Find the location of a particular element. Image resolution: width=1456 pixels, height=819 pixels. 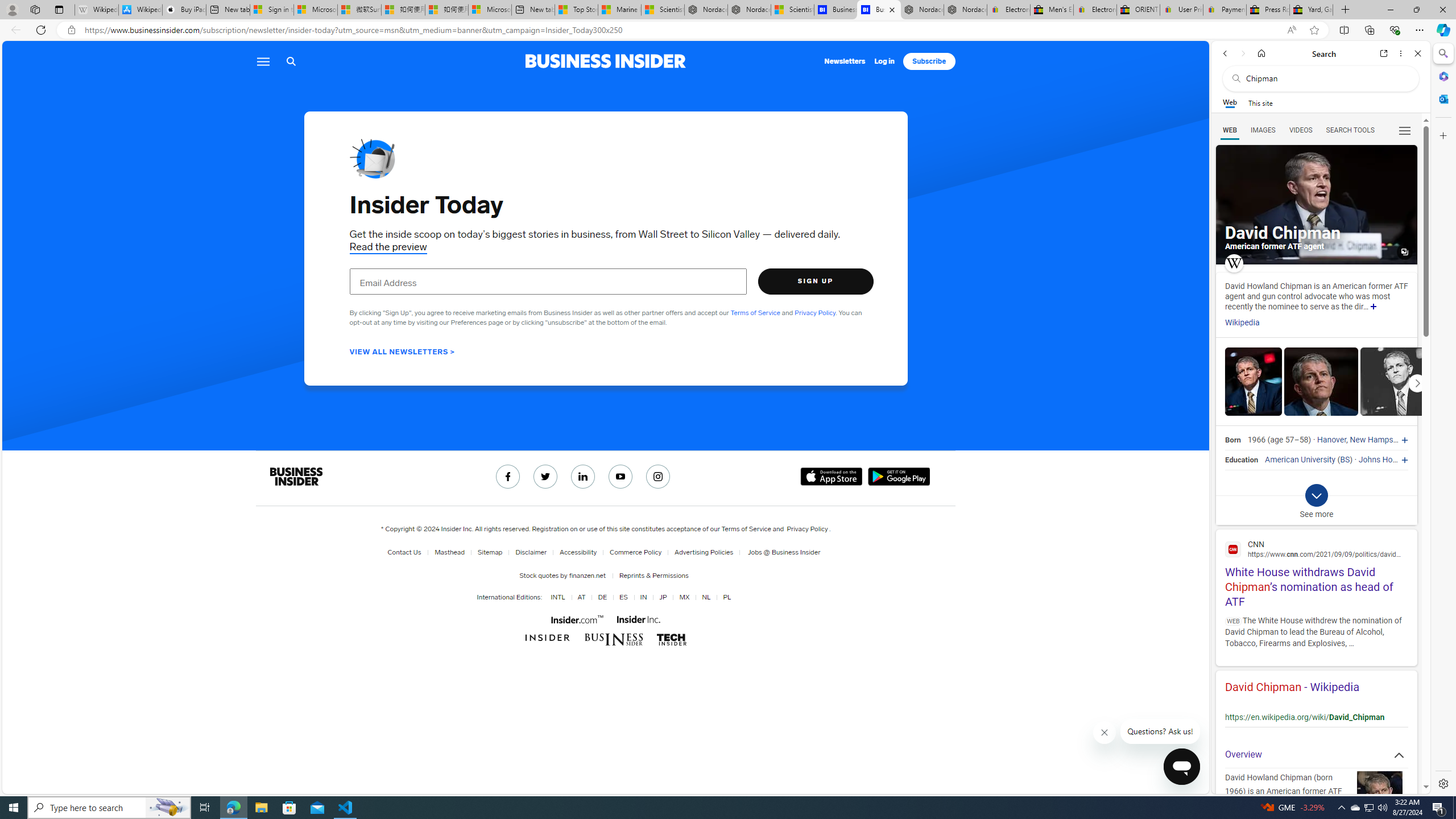

'Reprints & Permissions' is located at coordinates (651, 575).